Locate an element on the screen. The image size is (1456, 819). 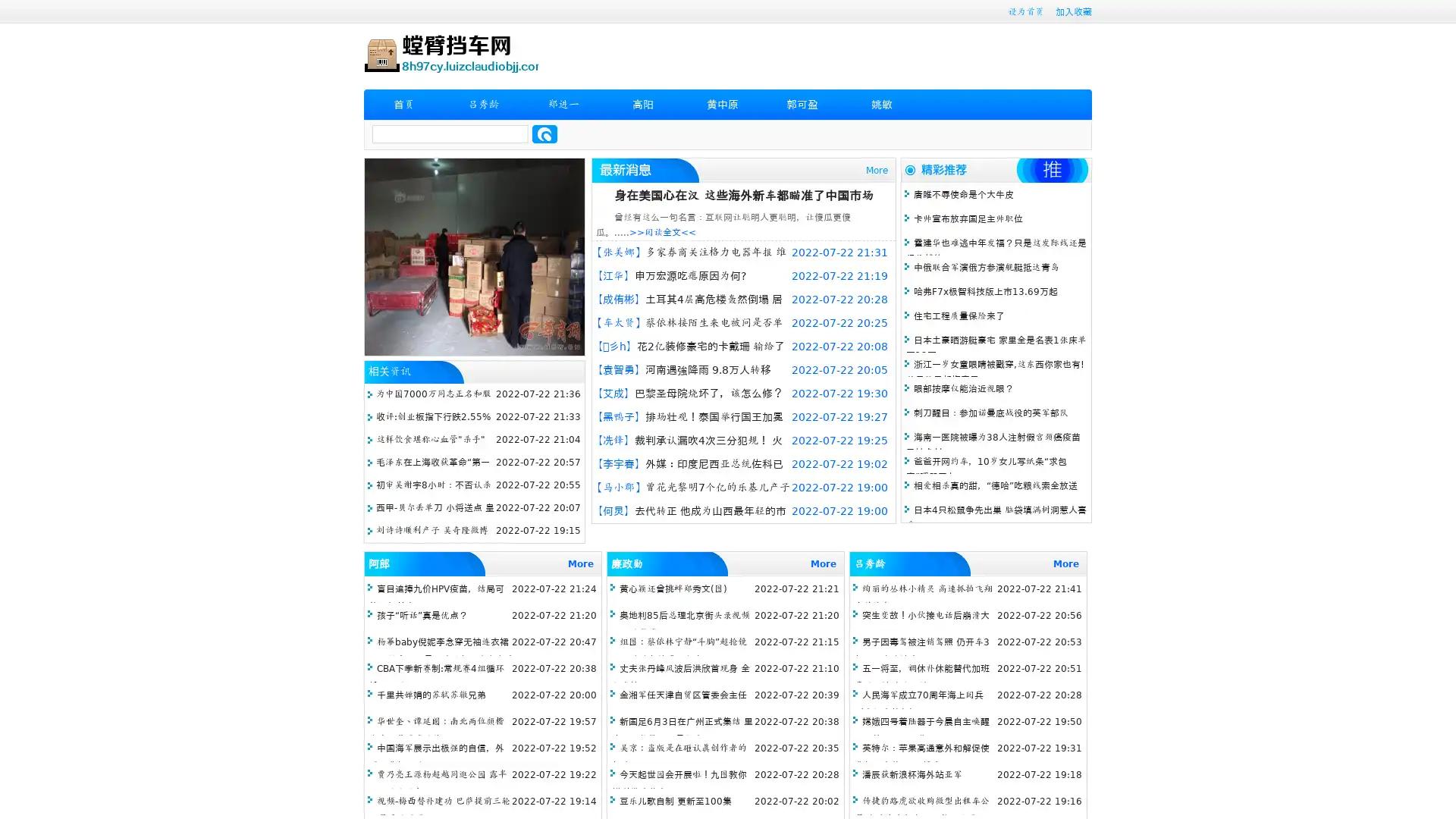
Search is located at coordinates (544, 133).